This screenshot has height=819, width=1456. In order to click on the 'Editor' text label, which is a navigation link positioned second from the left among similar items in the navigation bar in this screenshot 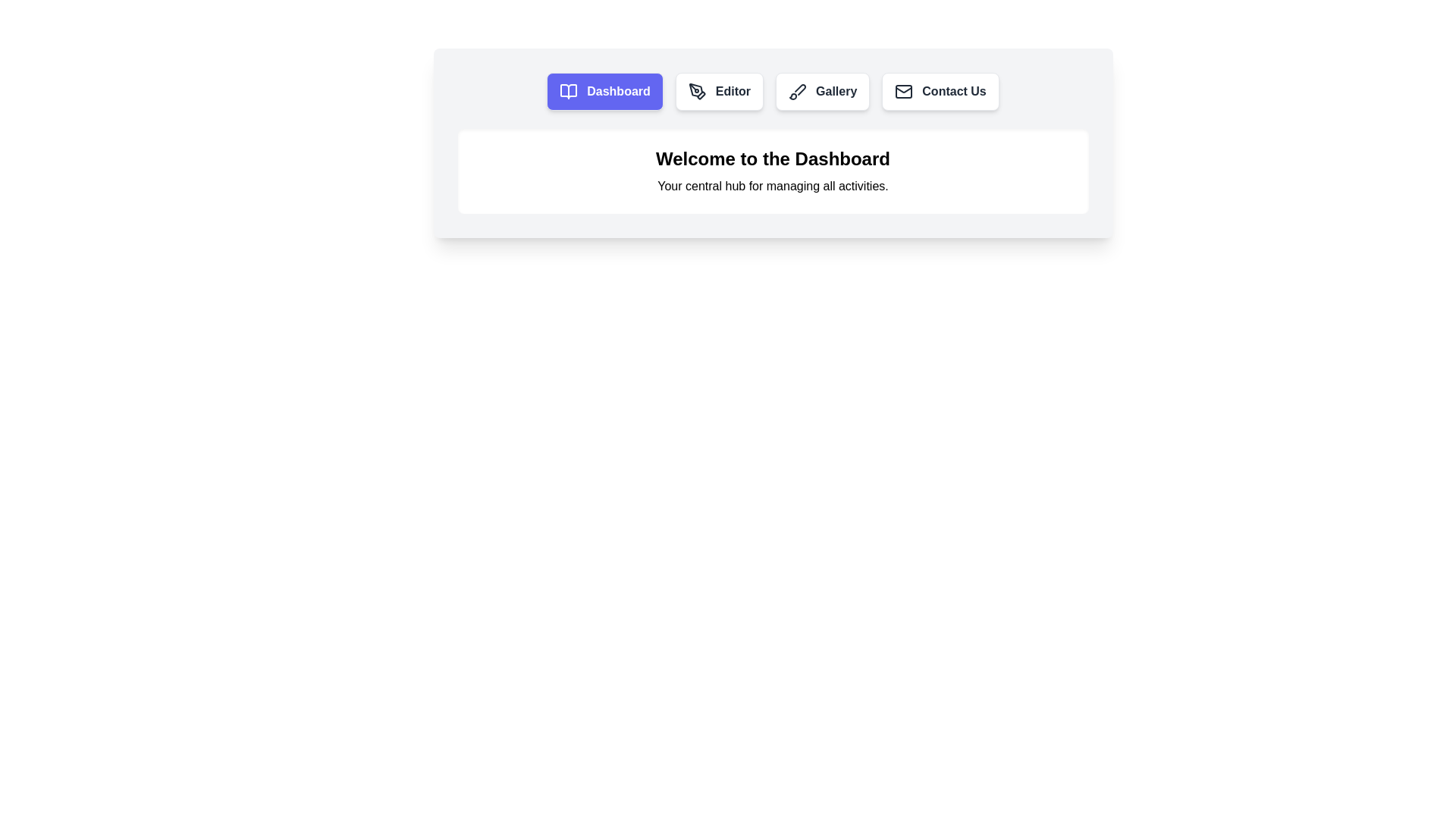, I will do `click(733, 91)`.